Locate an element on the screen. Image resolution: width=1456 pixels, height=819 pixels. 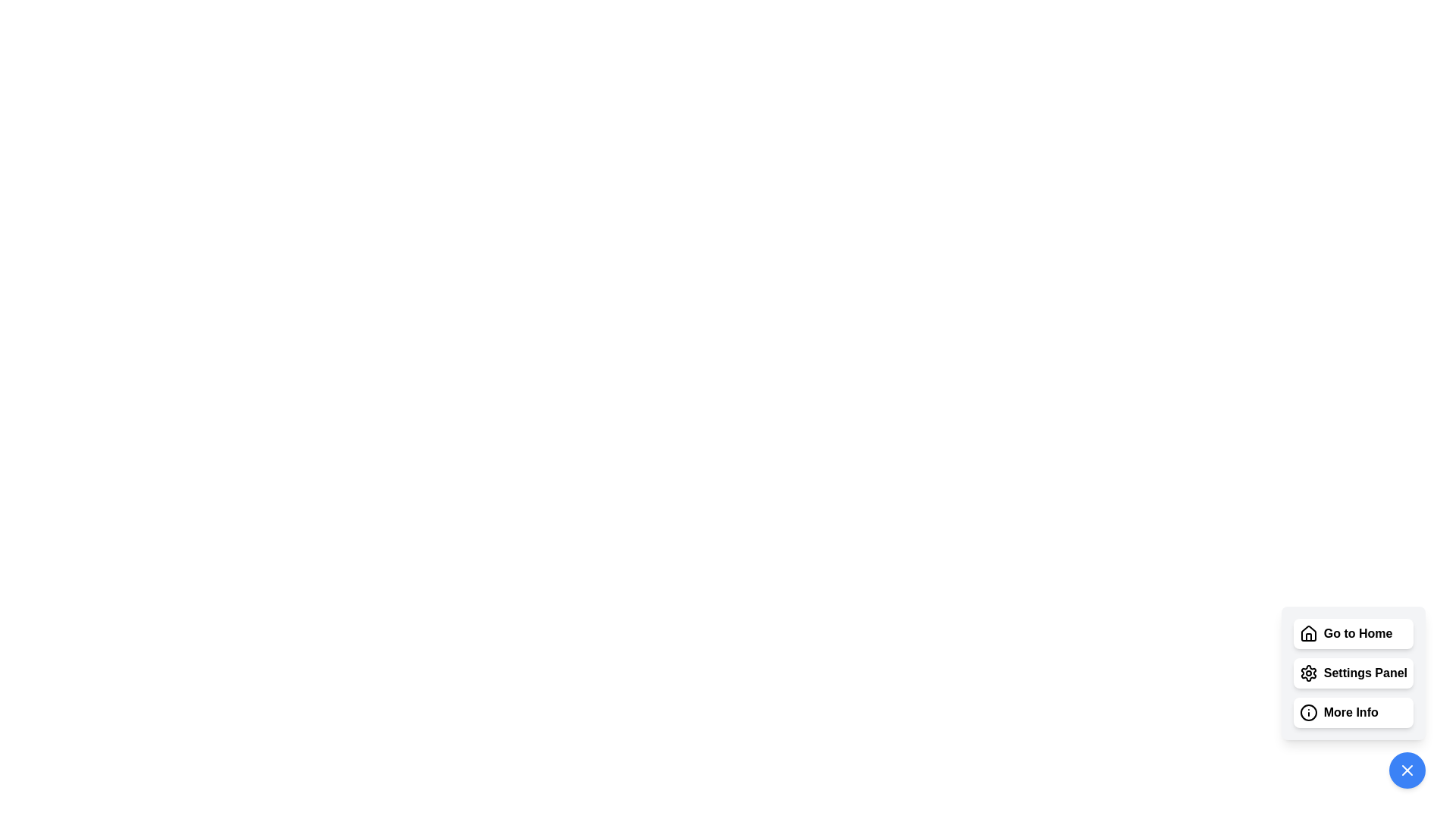
the circular button with a blue background and a white 'X' icon, located at the bottom-right corner of the menu options is located at coordinates (1407, 770).